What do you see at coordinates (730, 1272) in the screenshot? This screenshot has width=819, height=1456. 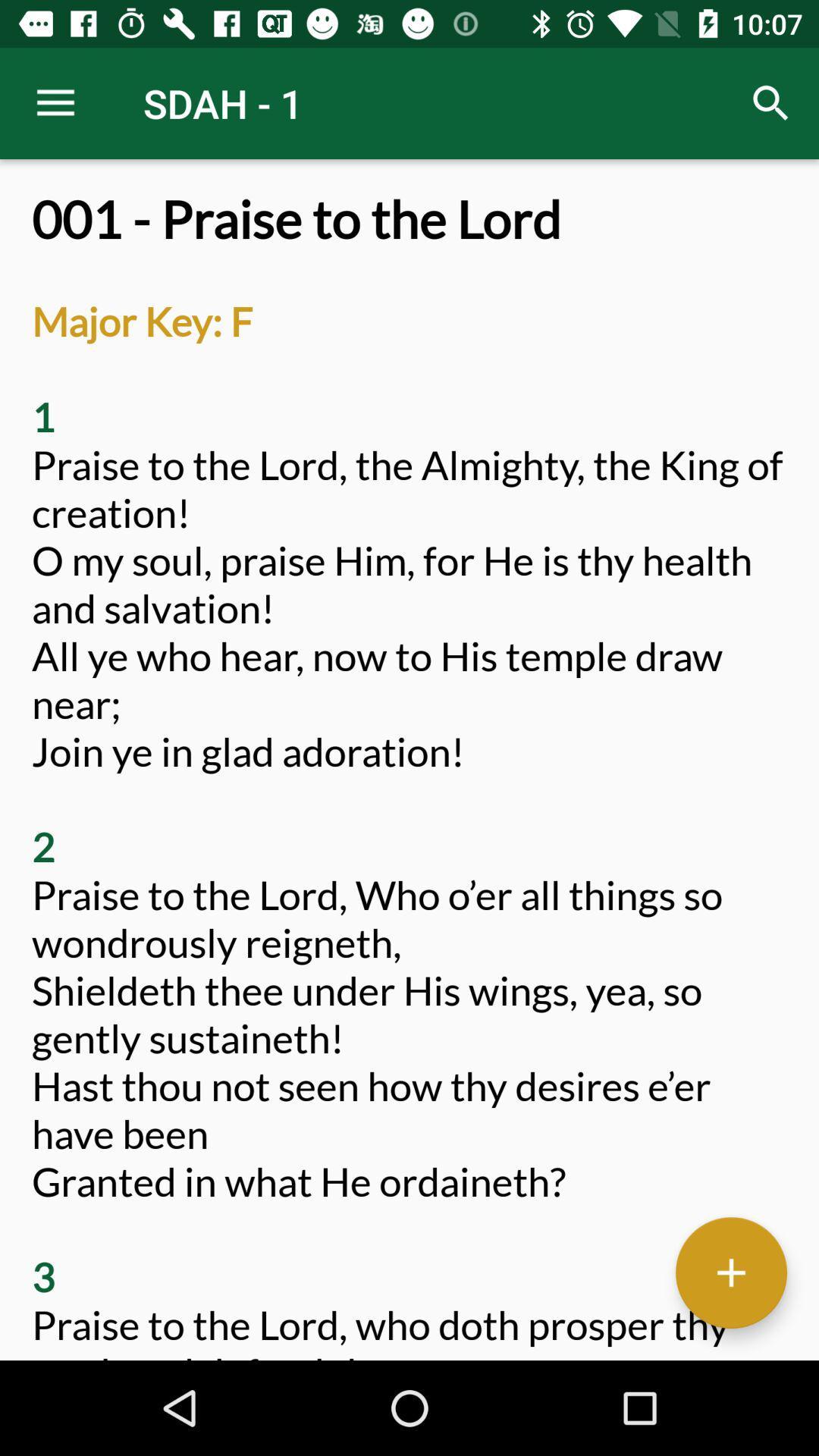 I see `text` at bounding box center [730, 1272].